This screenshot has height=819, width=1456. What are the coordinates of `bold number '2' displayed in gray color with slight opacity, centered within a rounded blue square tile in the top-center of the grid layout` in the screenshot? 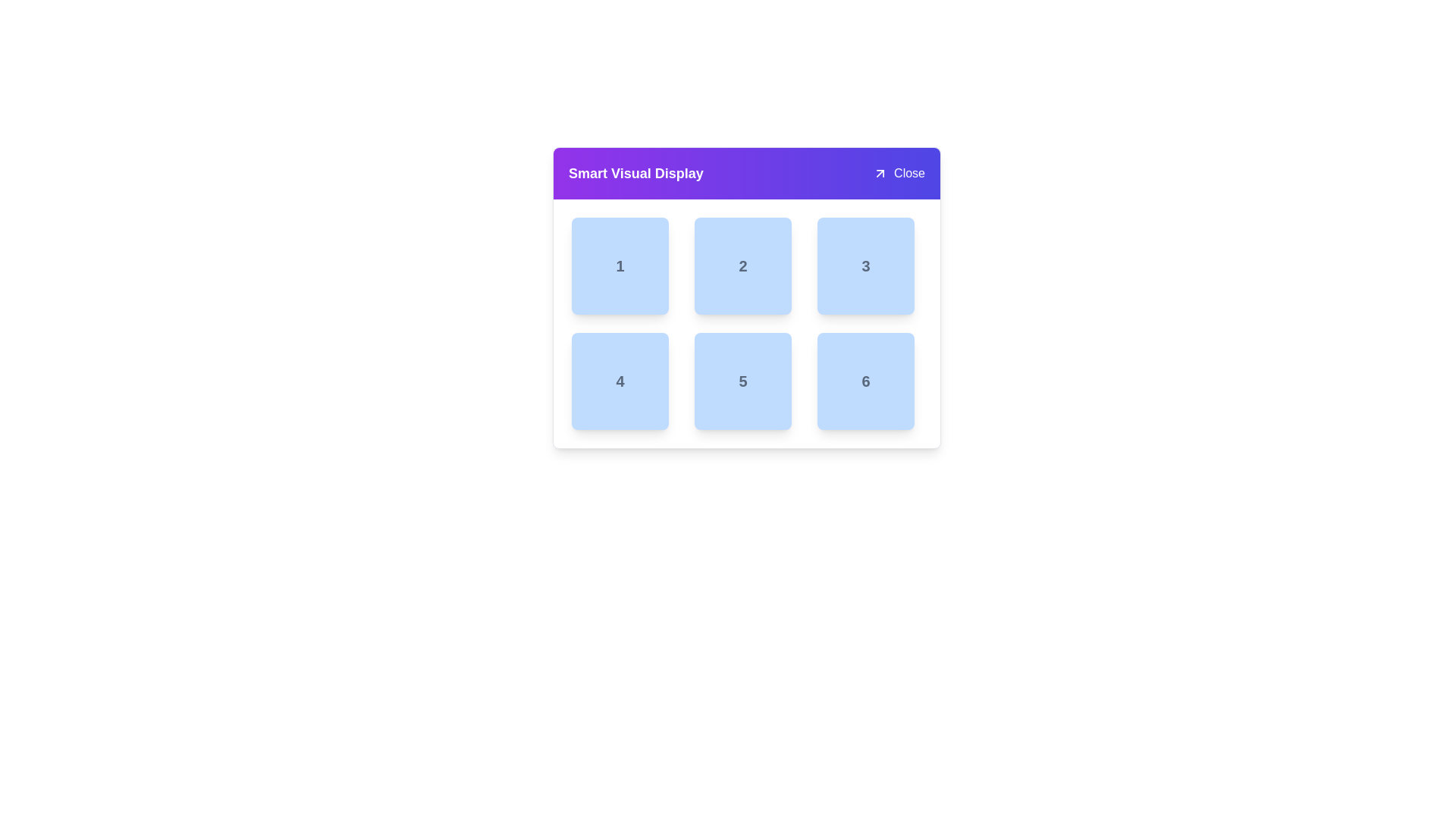 It's located at (742, 265).